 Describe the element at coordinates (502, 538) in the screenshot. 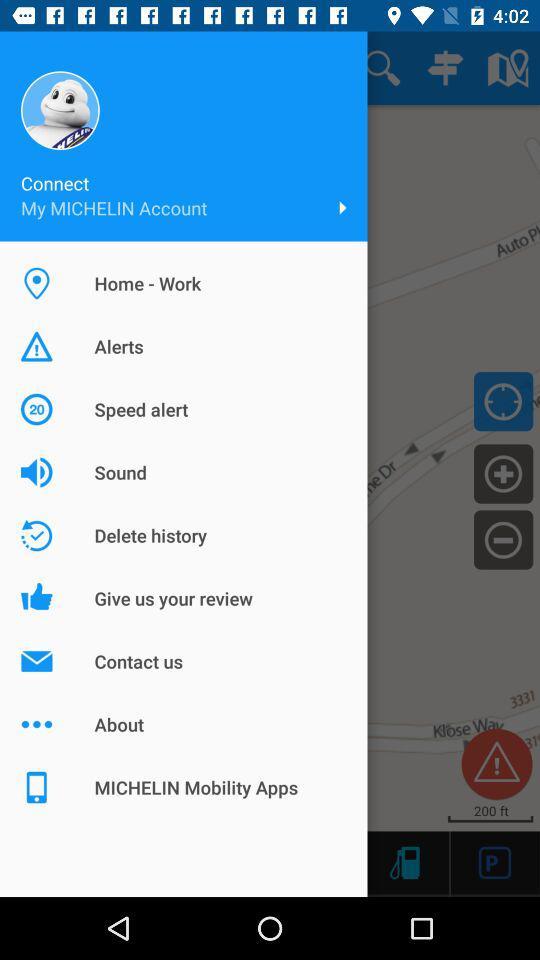

I see `zoom out` at that location.